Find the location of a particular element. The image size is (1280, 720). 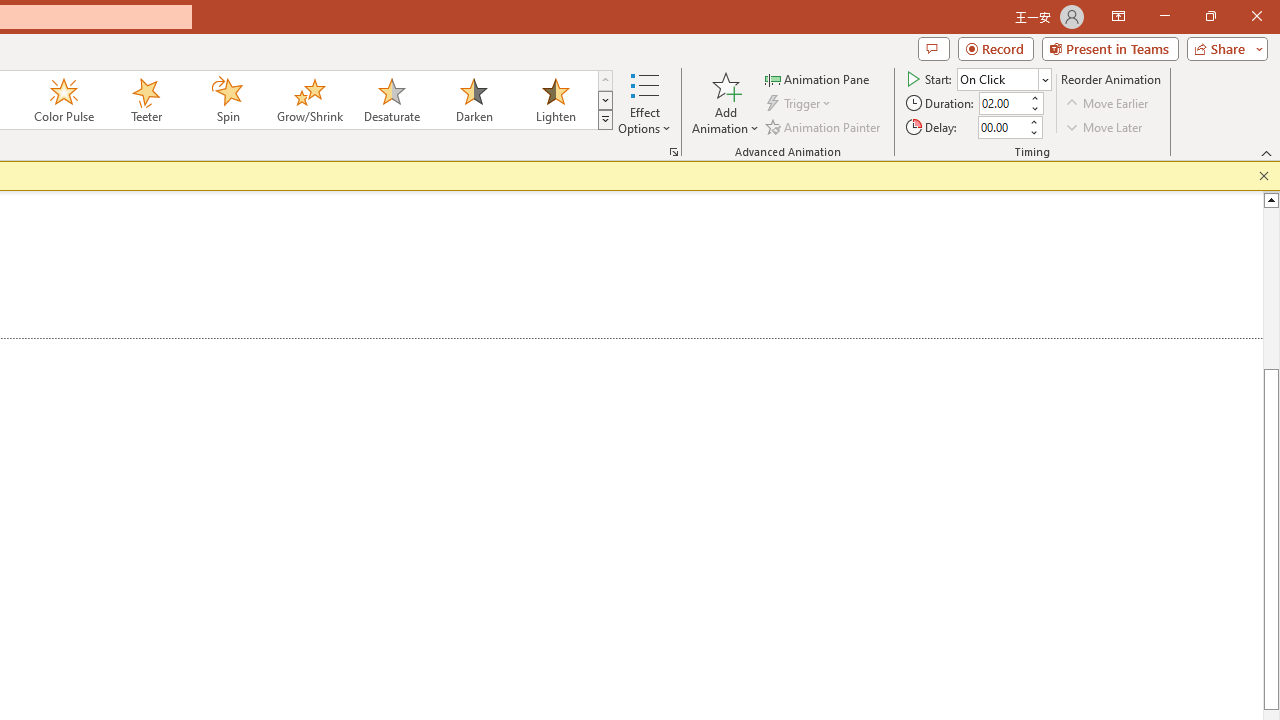

'Less' is located at coordinates (1033, 132).